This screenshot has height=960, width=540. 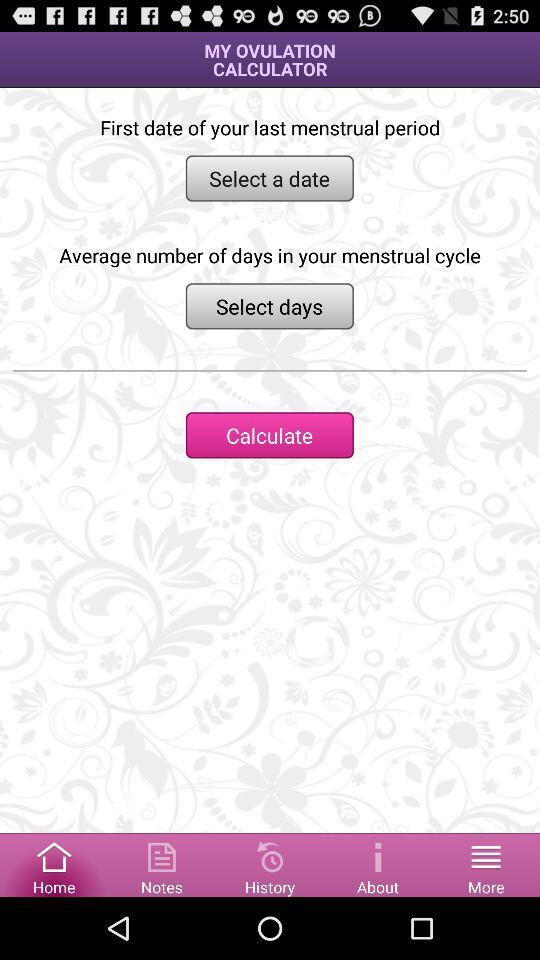 I want to click on home button, so click(x=54, y=863).